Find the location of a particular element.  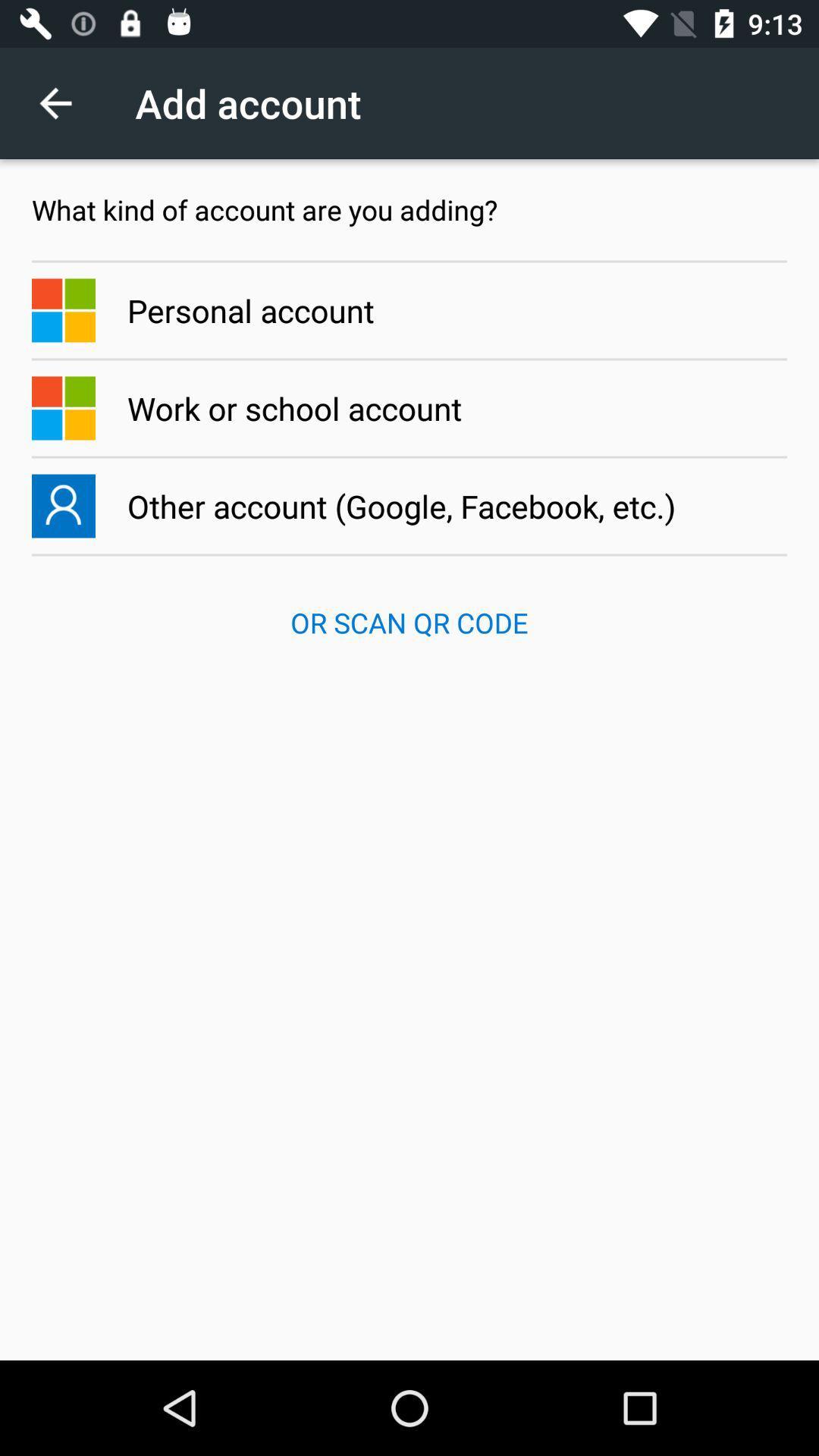

work or school button is located at coordinates (409, 408).